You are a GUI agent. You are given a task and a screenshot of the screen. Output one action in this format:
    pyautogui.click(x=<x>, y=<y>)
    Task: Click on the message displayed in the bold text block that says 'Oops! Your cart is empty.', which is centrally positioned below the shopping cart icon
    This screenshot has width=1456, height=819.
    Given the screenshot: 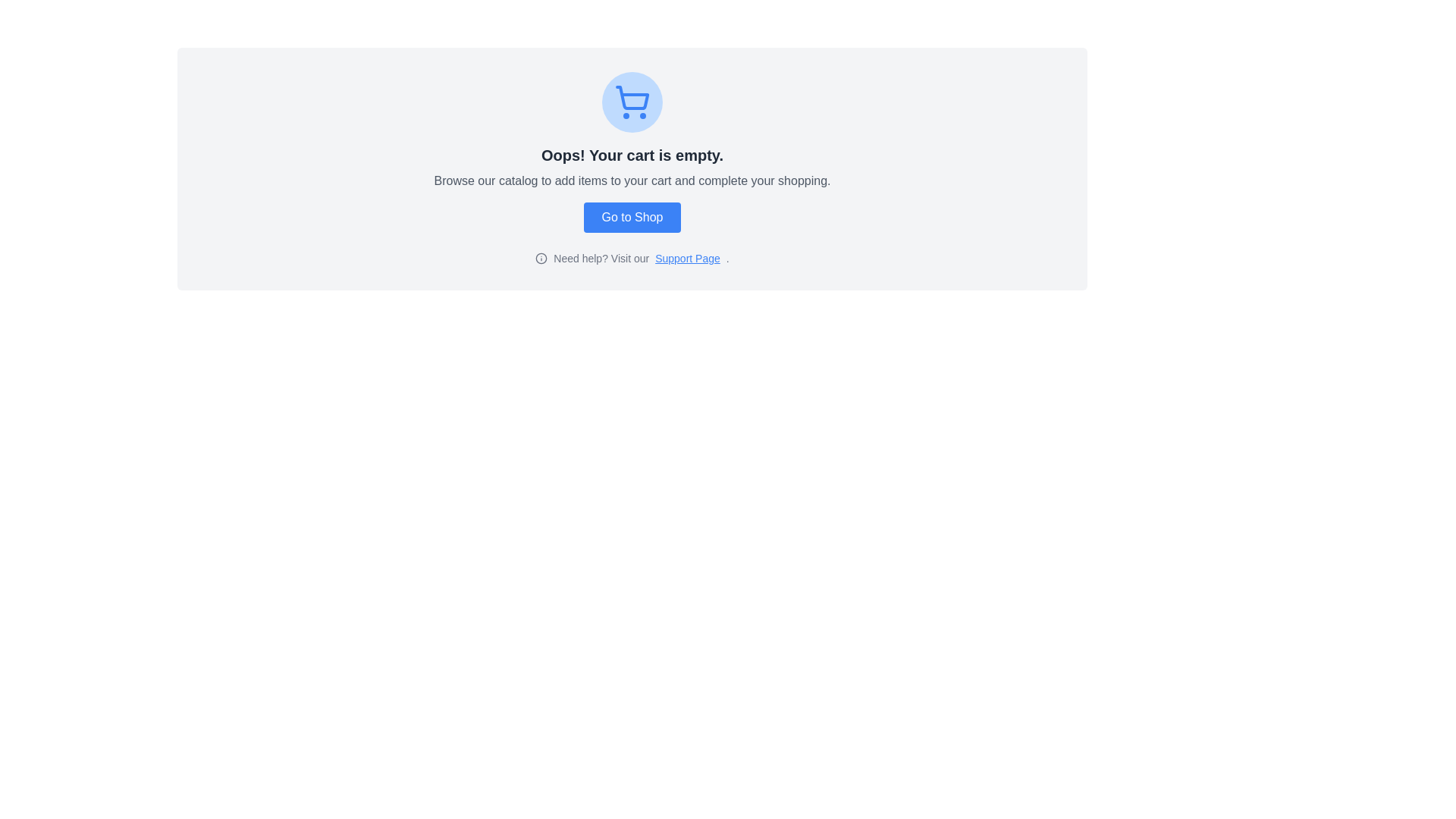 What is the action you would take?
    pyautogui.click(x=632, y=155)
    